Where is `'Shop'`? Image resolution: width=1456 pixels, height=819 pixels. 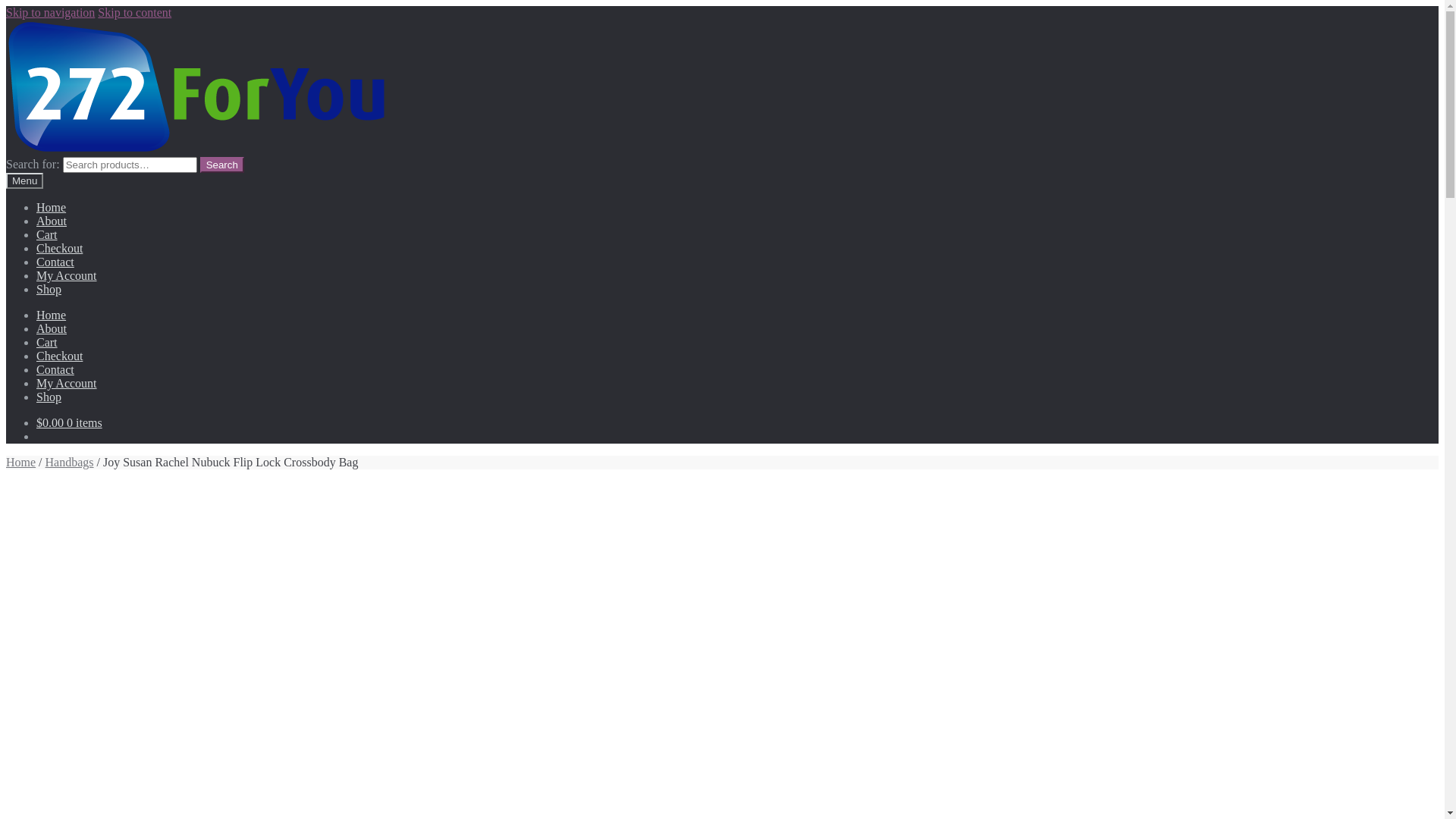 'Shop' is located at coordinates (36, 289).